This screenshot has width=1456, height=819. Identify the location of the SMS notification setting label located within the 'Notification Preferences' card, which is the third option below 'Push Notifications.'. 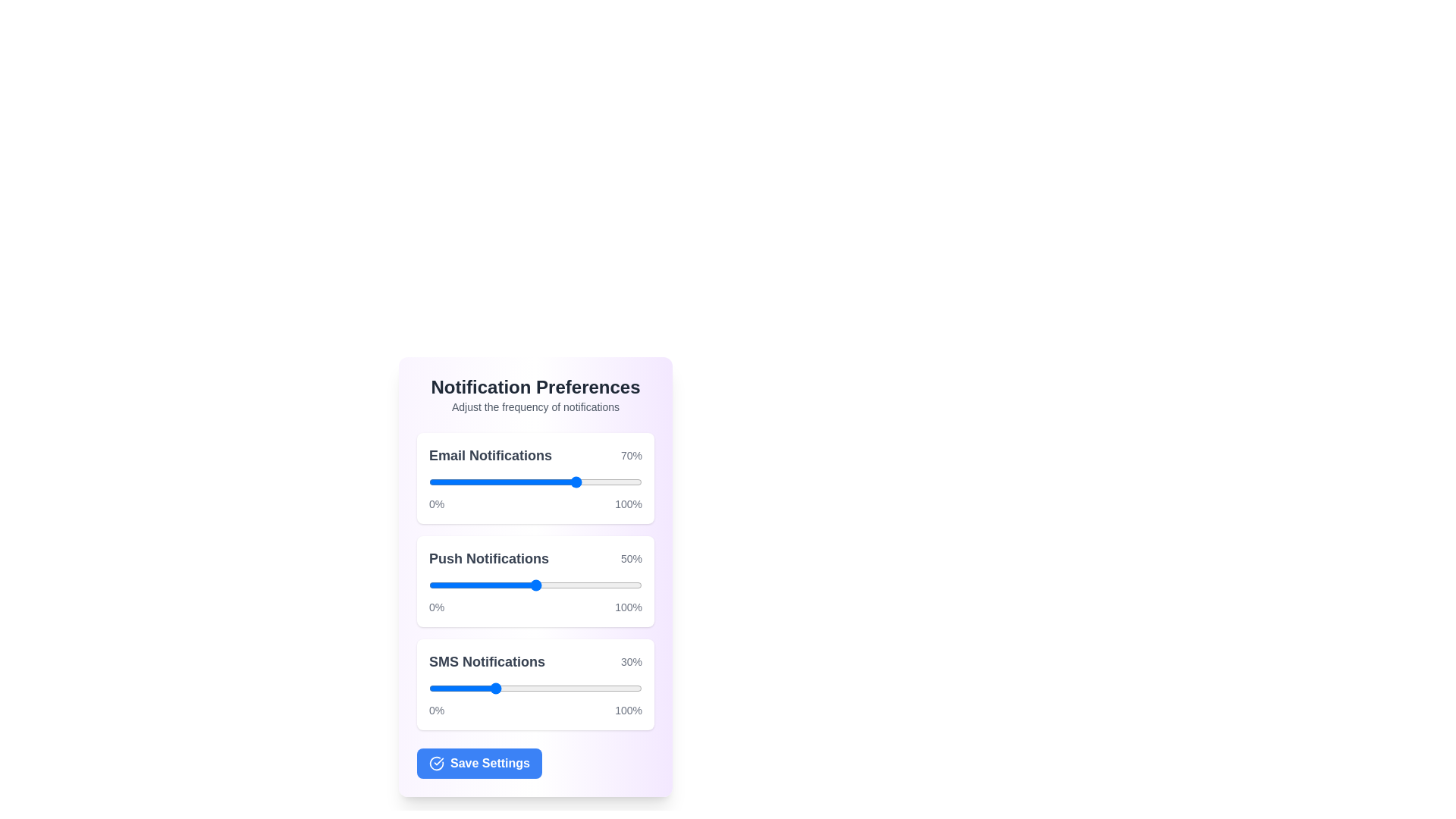
(535, 661).